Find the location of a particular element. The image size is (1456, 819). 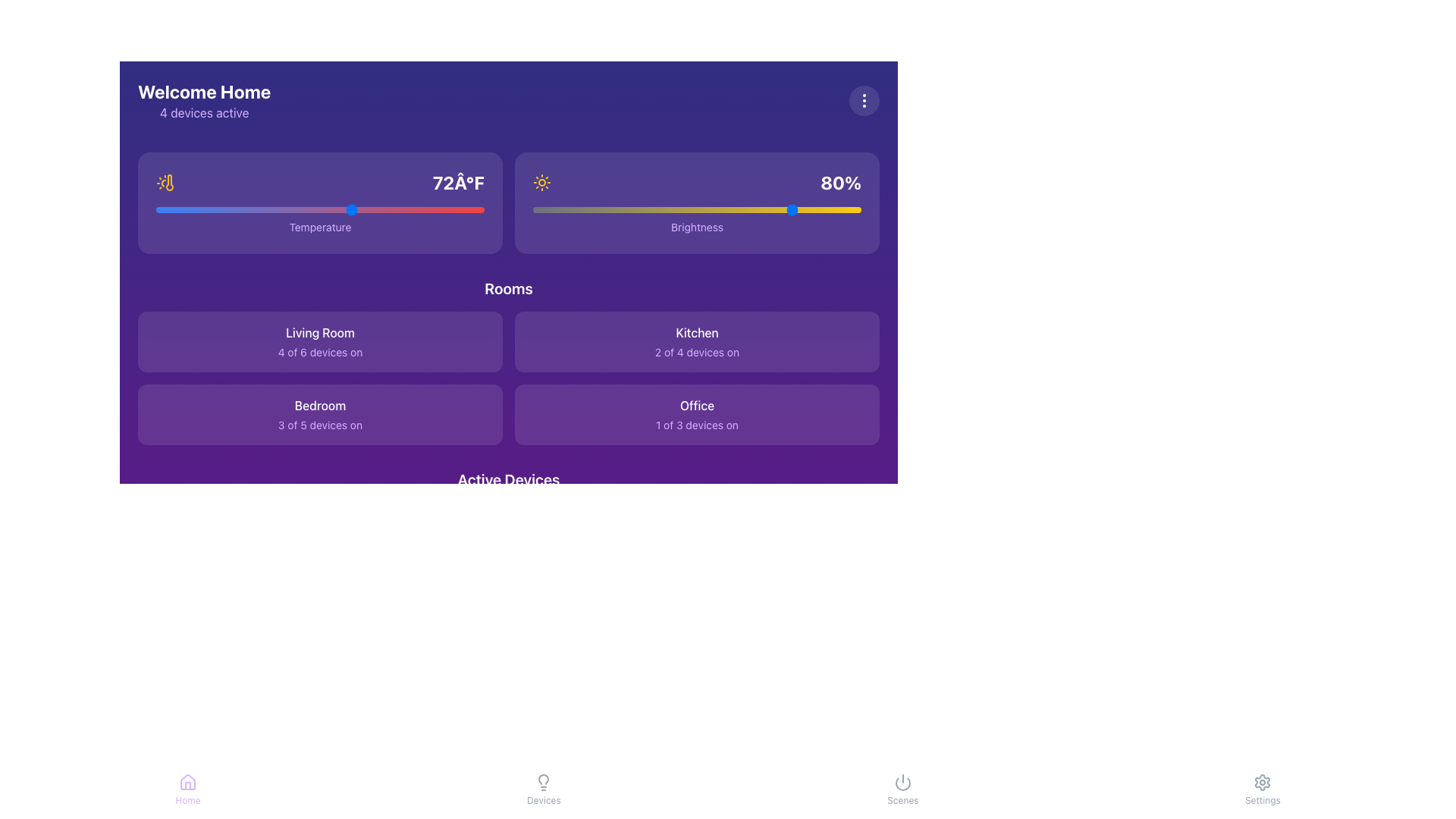

the text label displaying '4 devices active' in purple, located below 'Welcome Home' is located at coordinates (203, 112).